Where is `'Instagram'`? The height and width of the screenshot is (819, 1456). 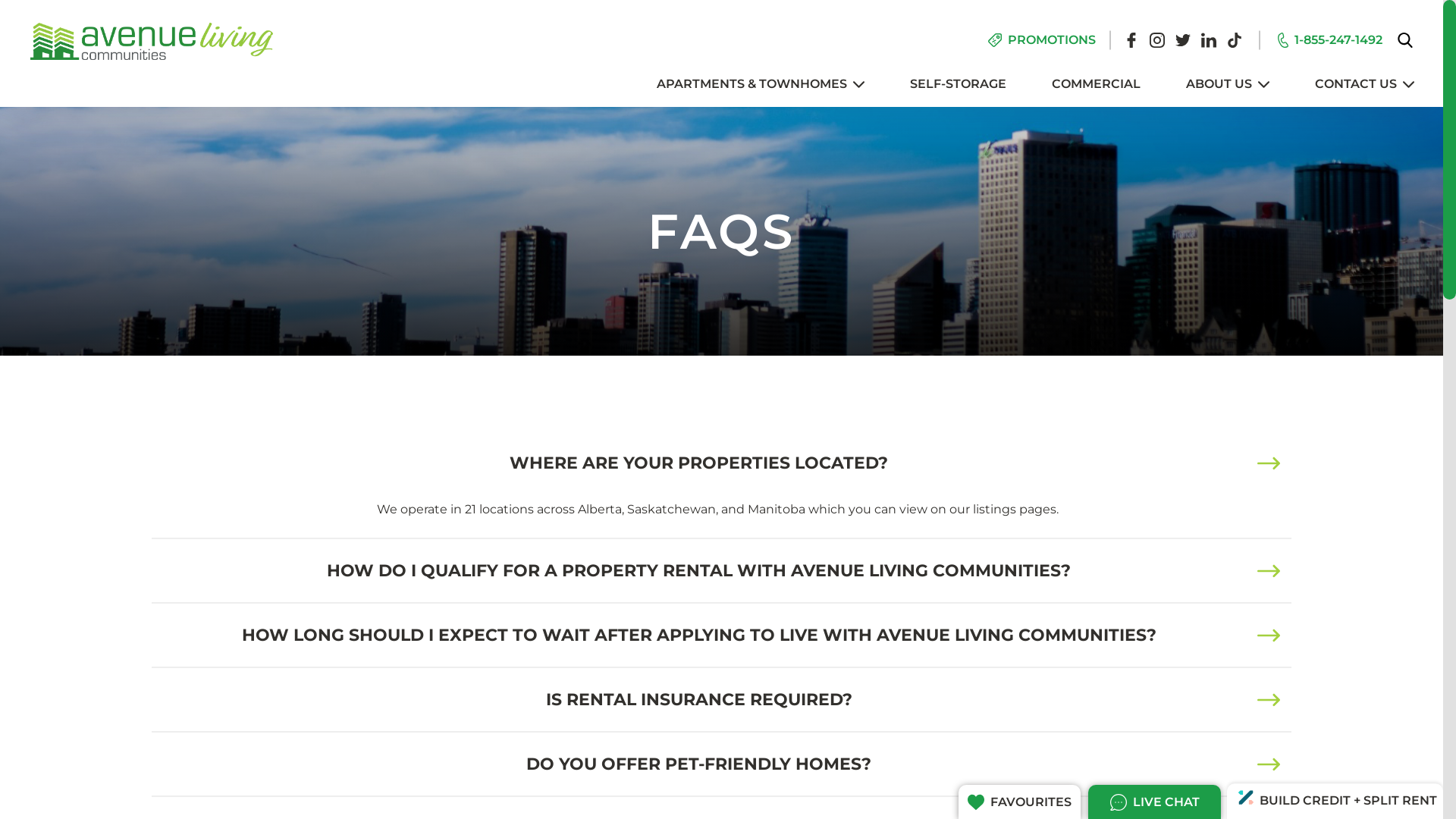 'Instagram' is located at coordinates (1156, 39).